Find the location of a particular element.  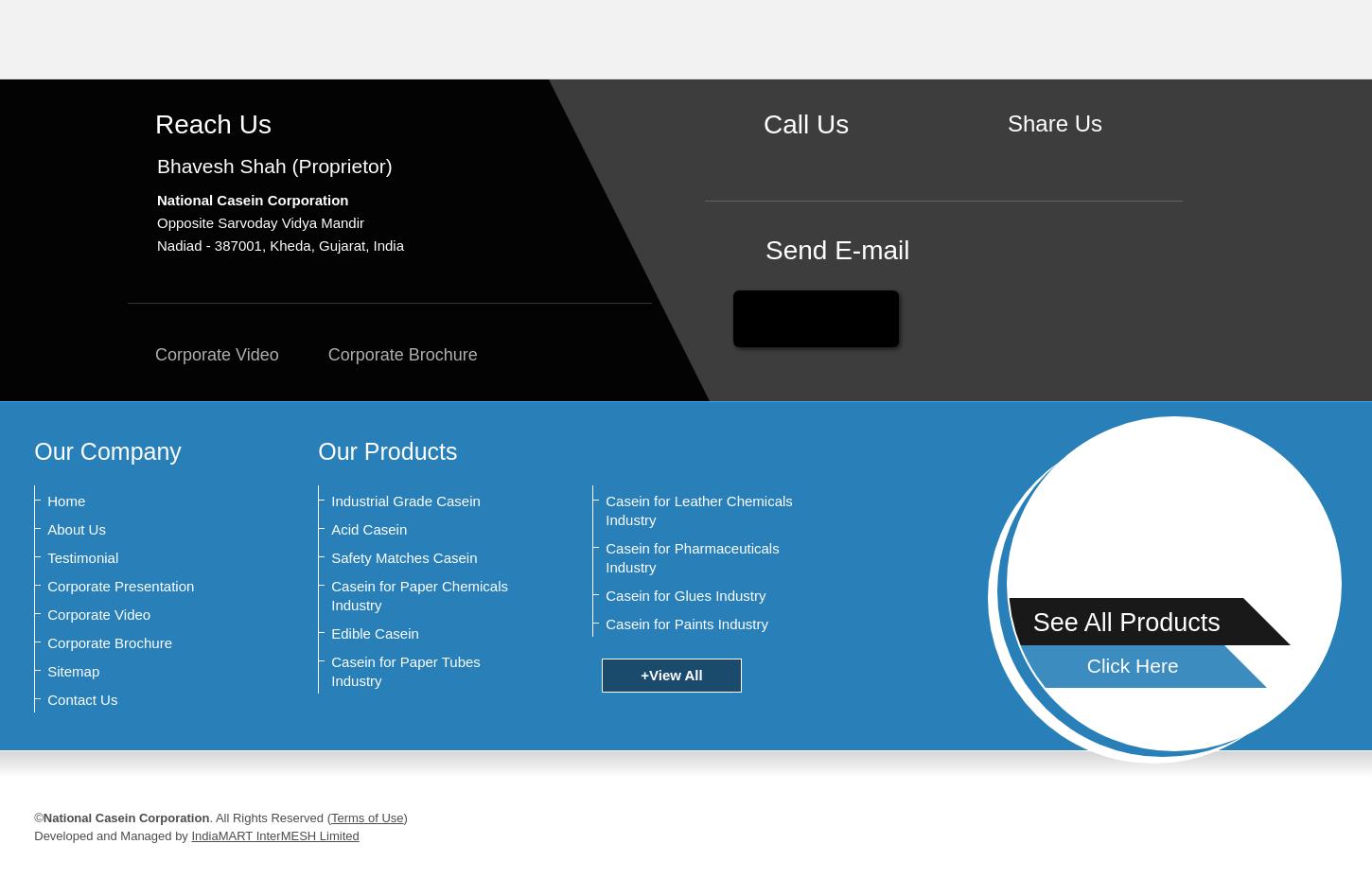

'Casein for Paints Industry' is located at coordinates (687, 624).